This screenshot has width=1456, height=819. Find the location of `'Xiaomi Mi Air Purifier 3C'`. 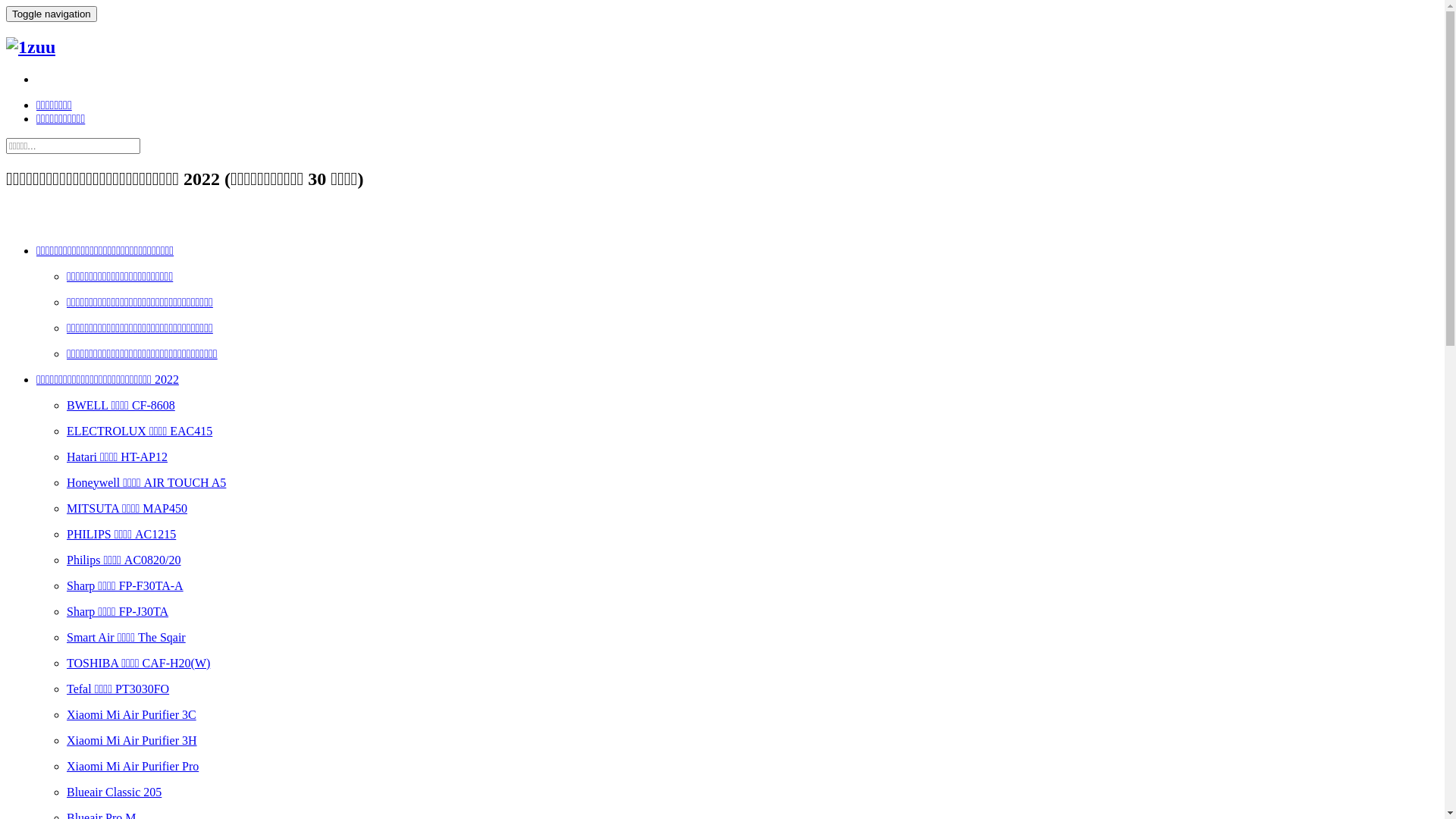

'Xiaomi Mi Air Purifier 3C' is located at coordinates (131, 714).